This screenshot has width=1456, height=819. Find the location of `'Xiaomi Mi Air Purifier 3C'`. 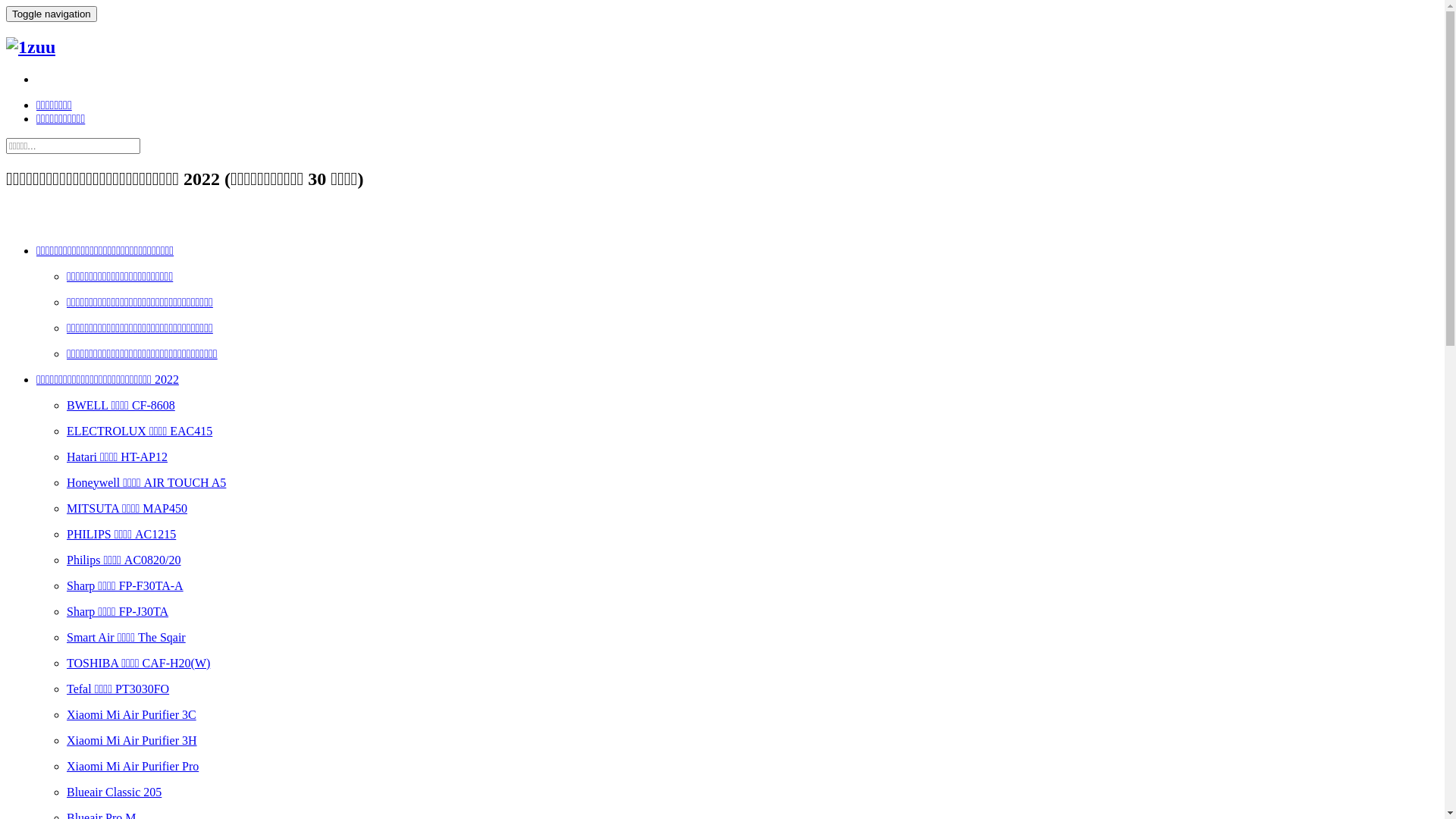

'Xiaomi Mi Air Purifier 3C' is located at coordinates (131, 714).